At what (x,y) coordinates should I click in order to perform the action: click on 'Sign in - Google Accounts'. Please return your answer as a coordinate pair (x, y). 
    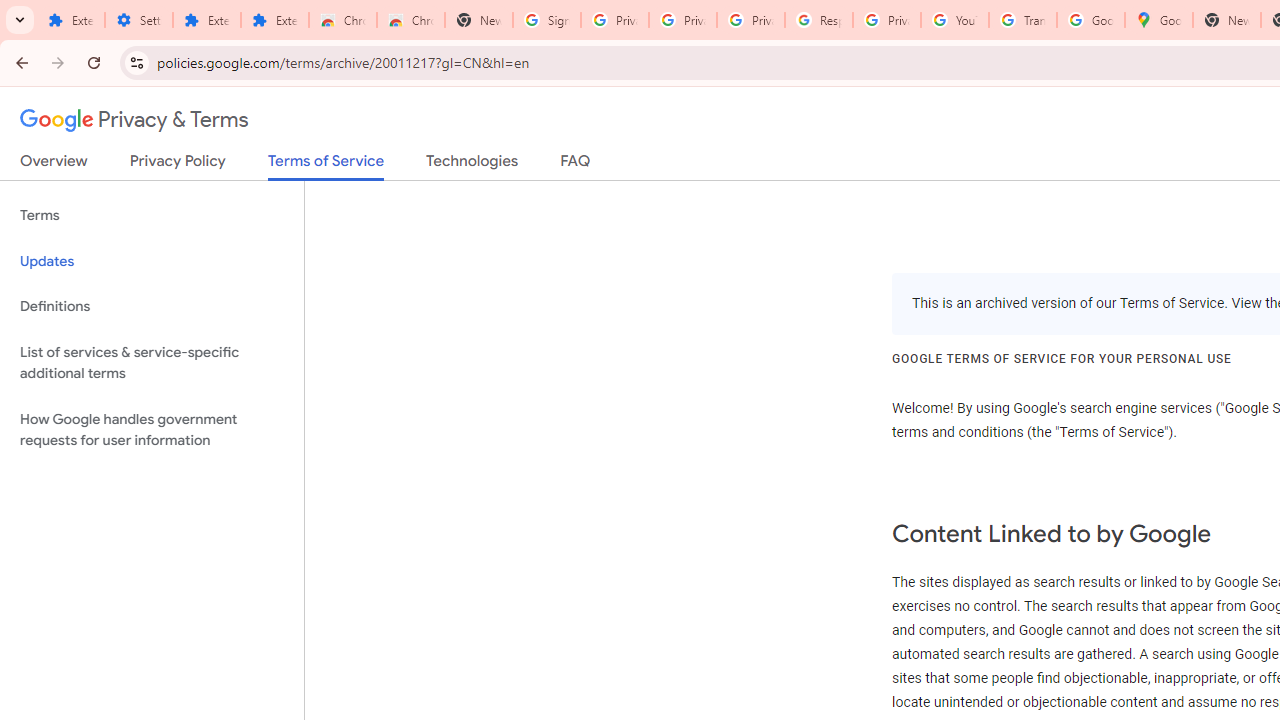
    Looking at the image, I should click on (547, 20).